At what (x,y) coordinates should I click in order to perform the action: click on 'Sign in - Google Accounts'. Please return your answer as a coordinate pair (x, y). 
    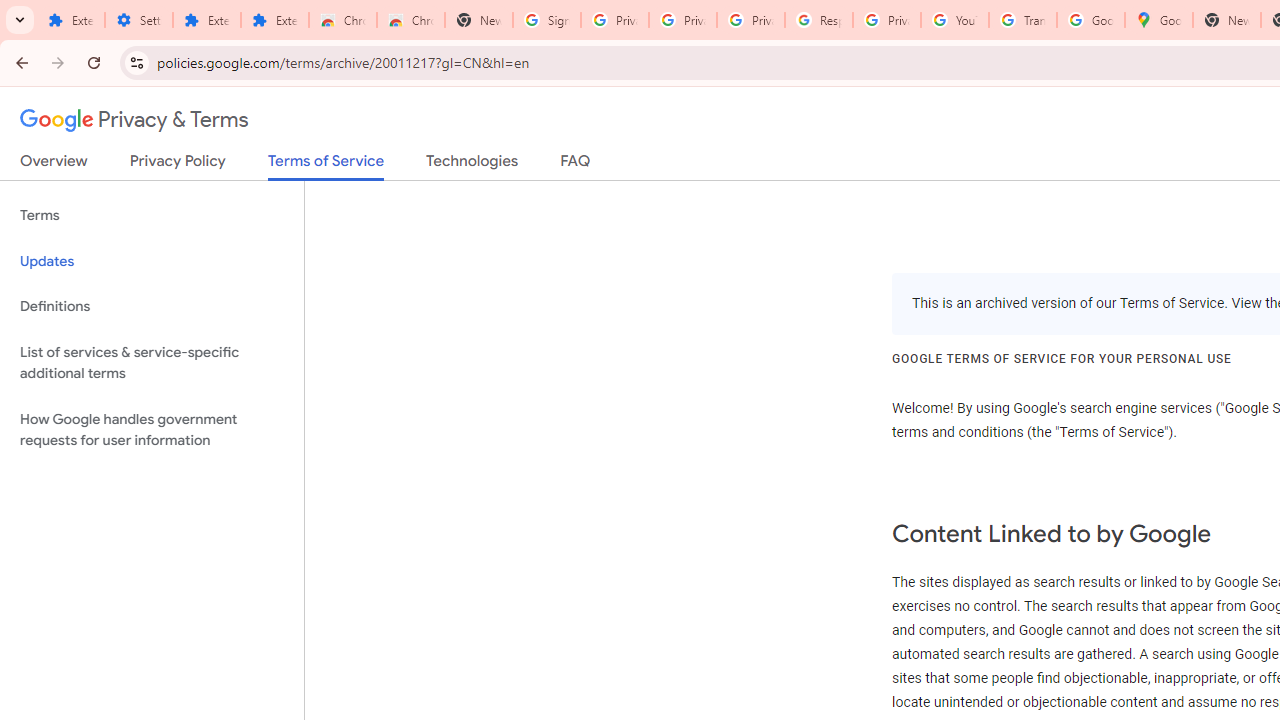
    Looking at the image, I should click on (547, 20).